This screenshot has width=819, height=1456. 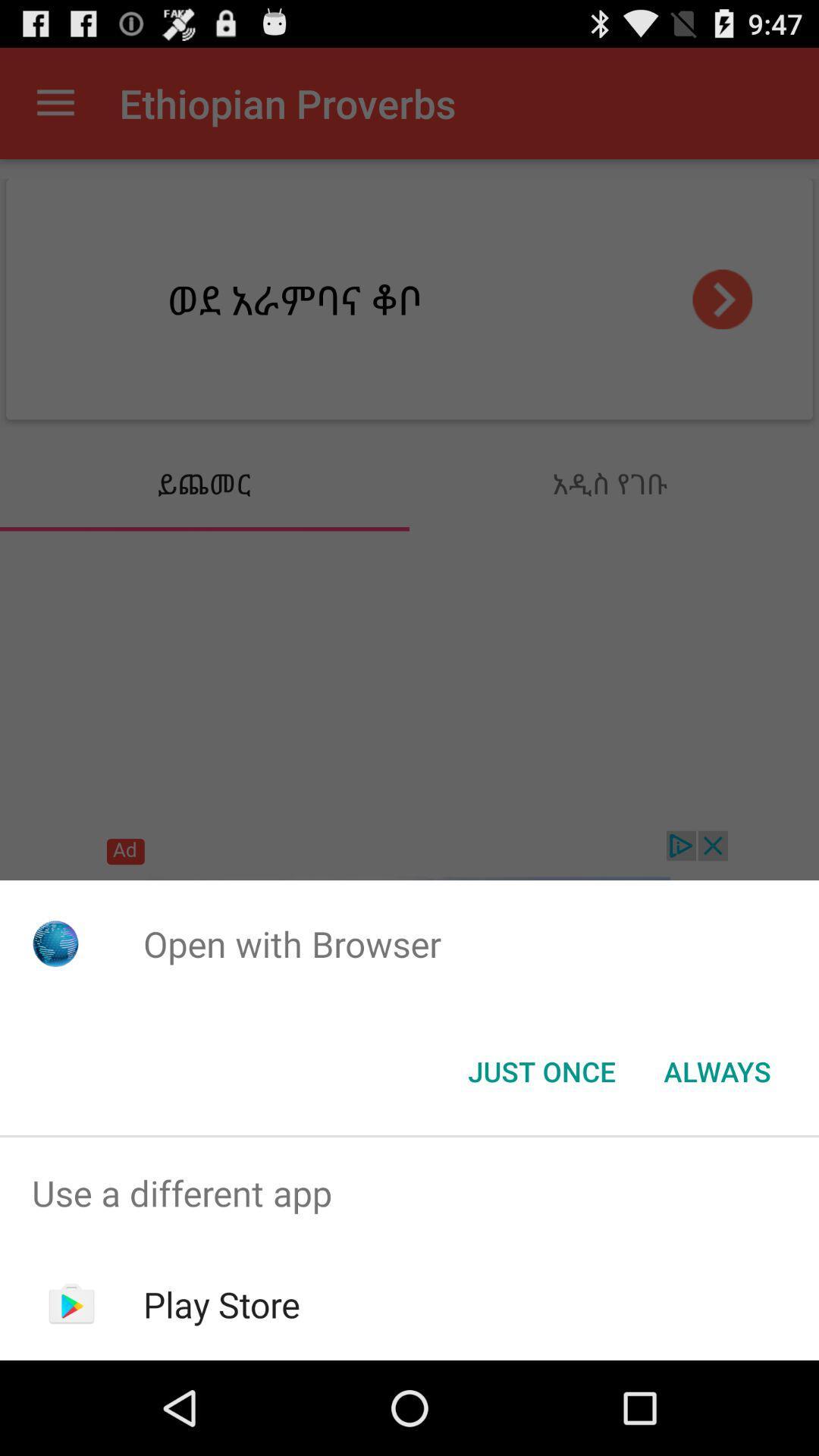 I want to click on play store app, so click(x=221, y=1304).